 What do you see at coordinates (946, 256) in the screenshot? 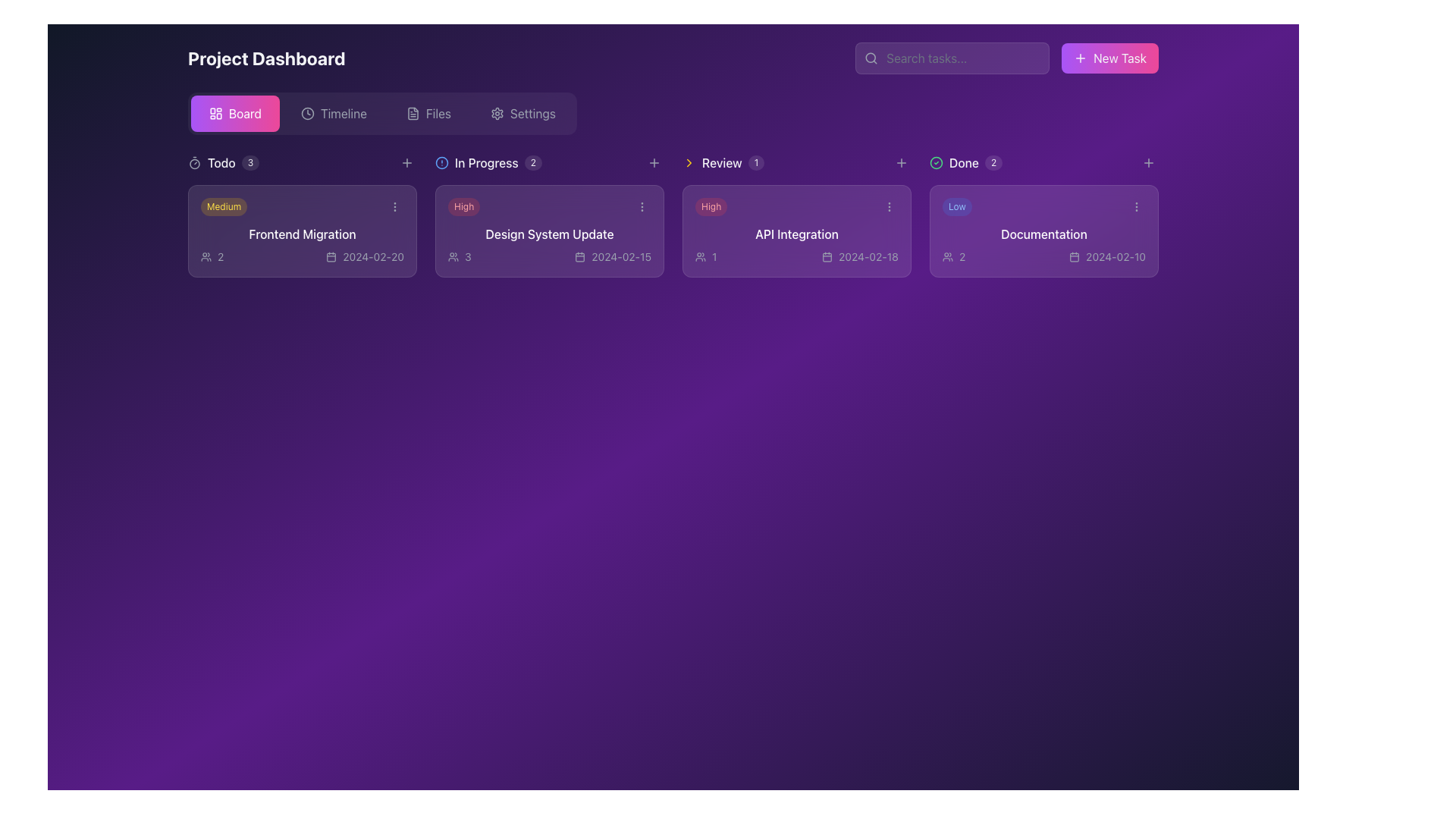
I see `the icon representing multiple users, styled in an outline design, located in the 'Done' section of the 'Documentation' card, next to the text '2'` at bounding box center [946, 256].